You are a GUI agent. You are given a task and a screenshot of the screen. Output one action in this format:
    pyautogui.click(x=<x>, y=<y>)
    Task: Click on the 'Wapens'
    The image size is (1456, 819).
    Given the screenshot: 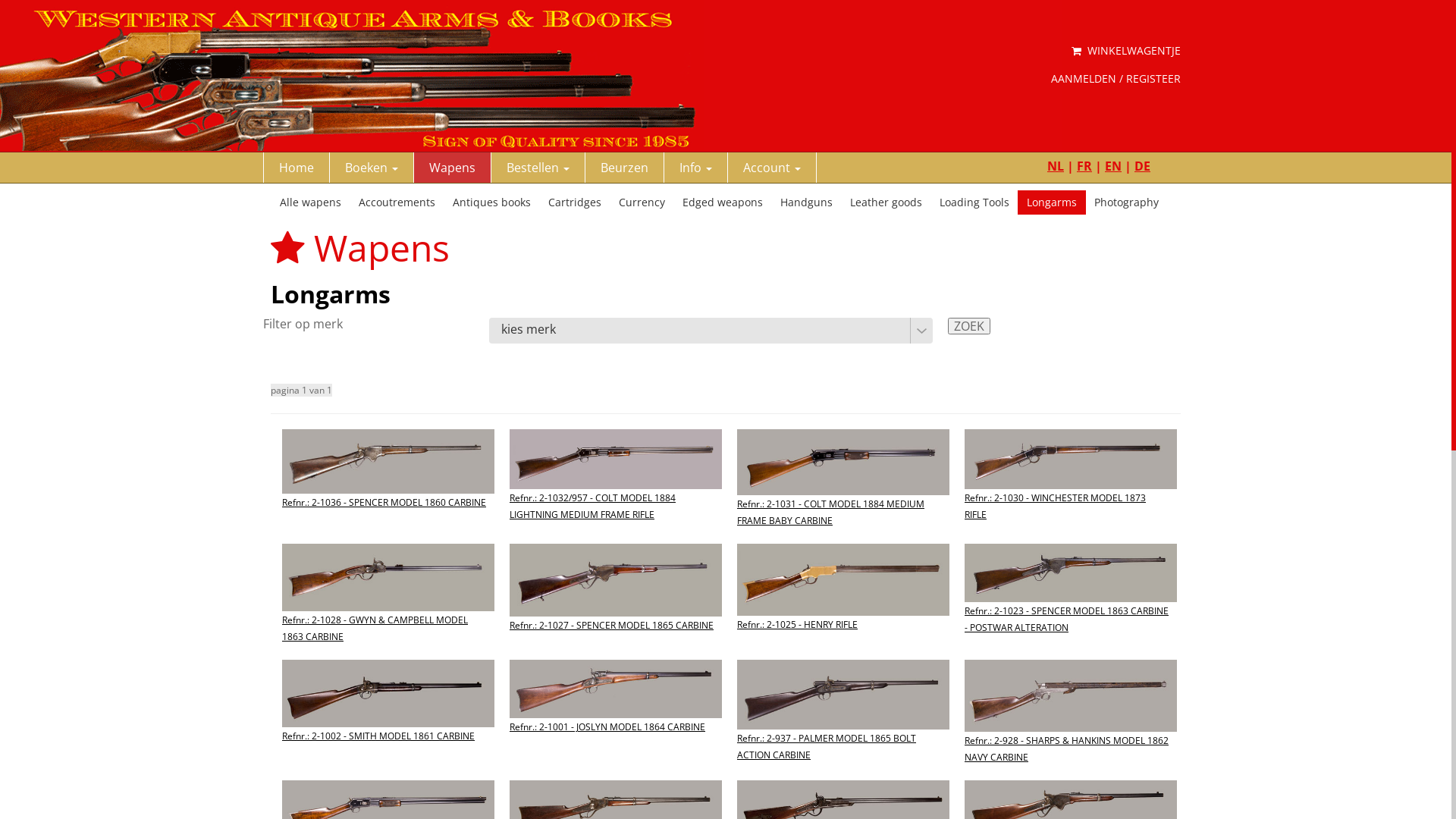 What is the action you would take?
    pyautogui.click(x=451, y=167)
    